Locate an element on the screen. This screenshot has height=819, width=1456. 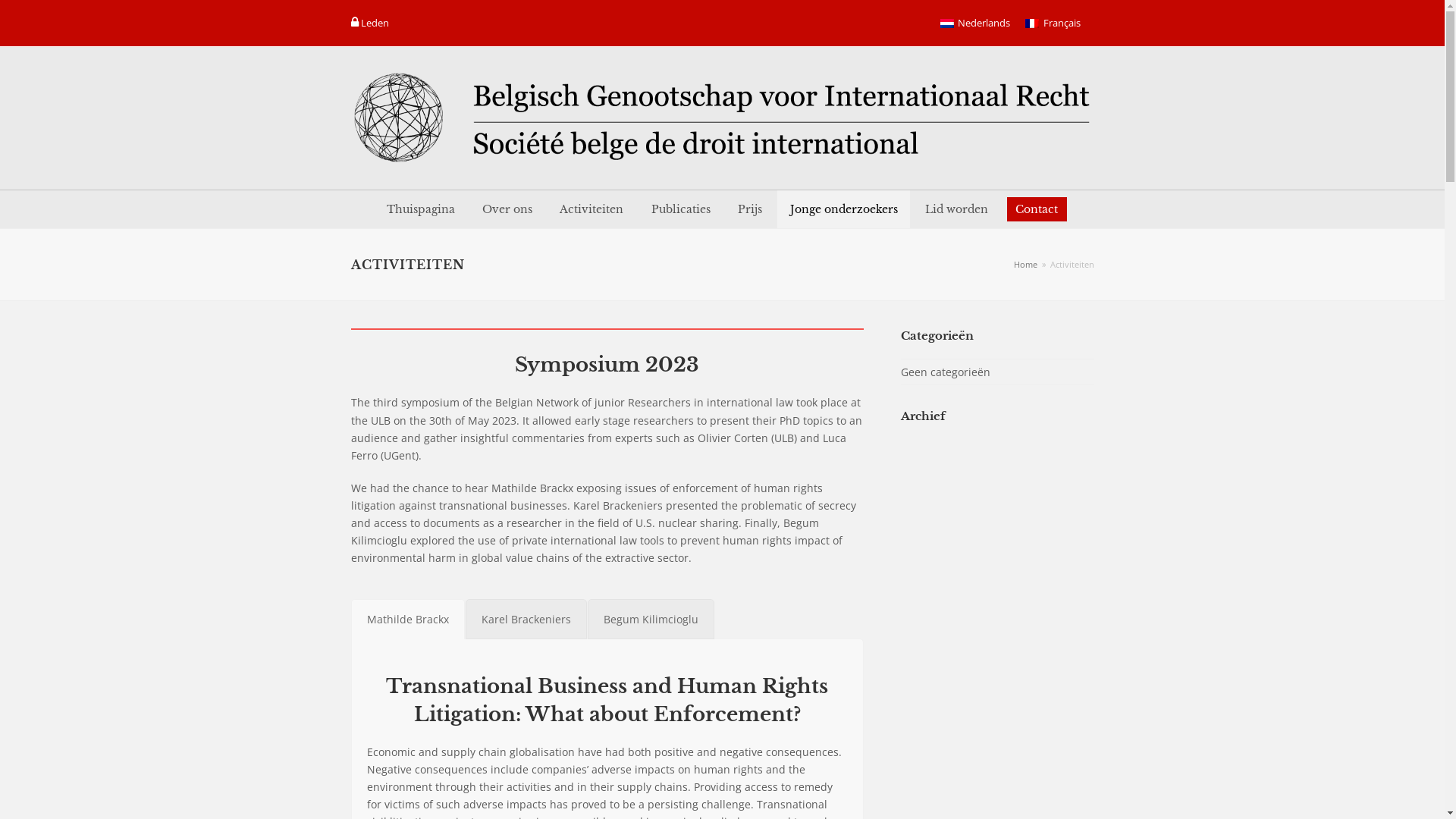
'Leden ' is located at coordinates (374, 23).